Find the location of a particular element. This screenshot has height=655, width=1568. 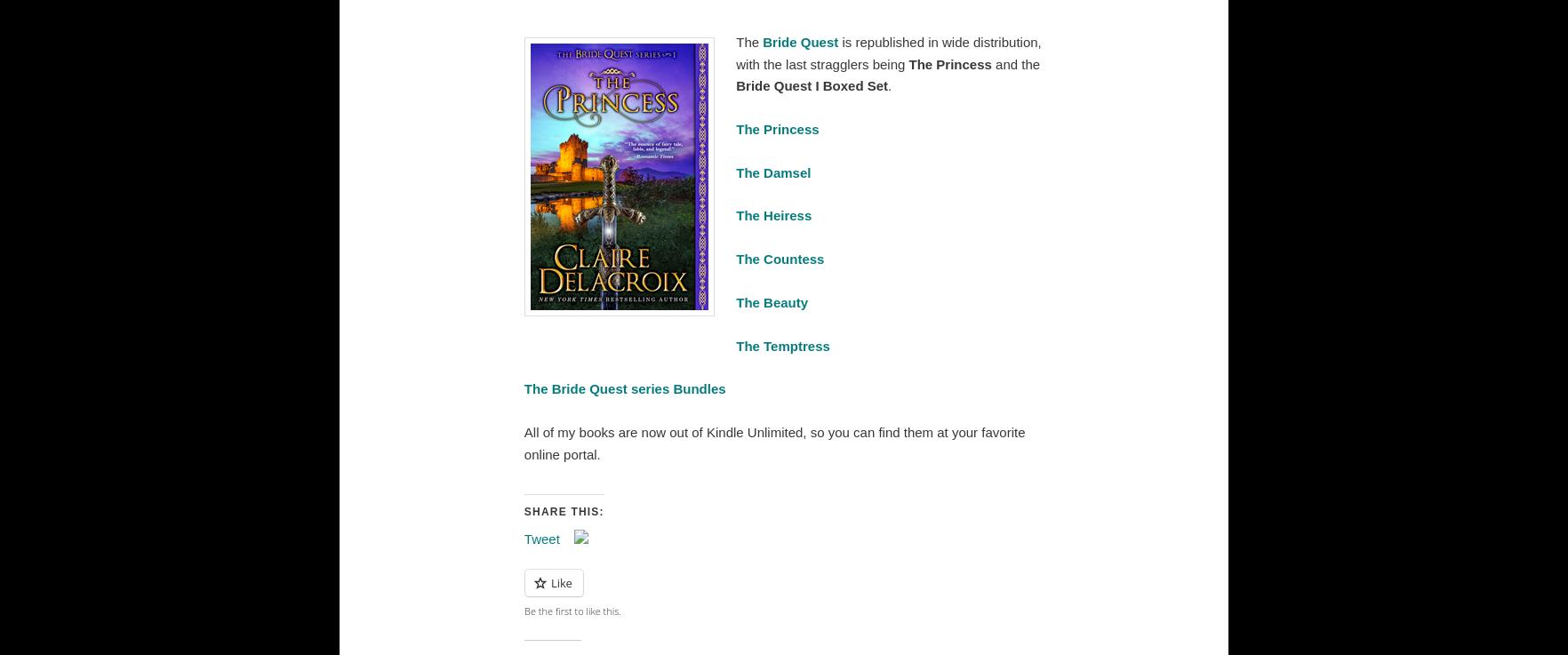

'The Countess' is located at coordinates (780, 259).